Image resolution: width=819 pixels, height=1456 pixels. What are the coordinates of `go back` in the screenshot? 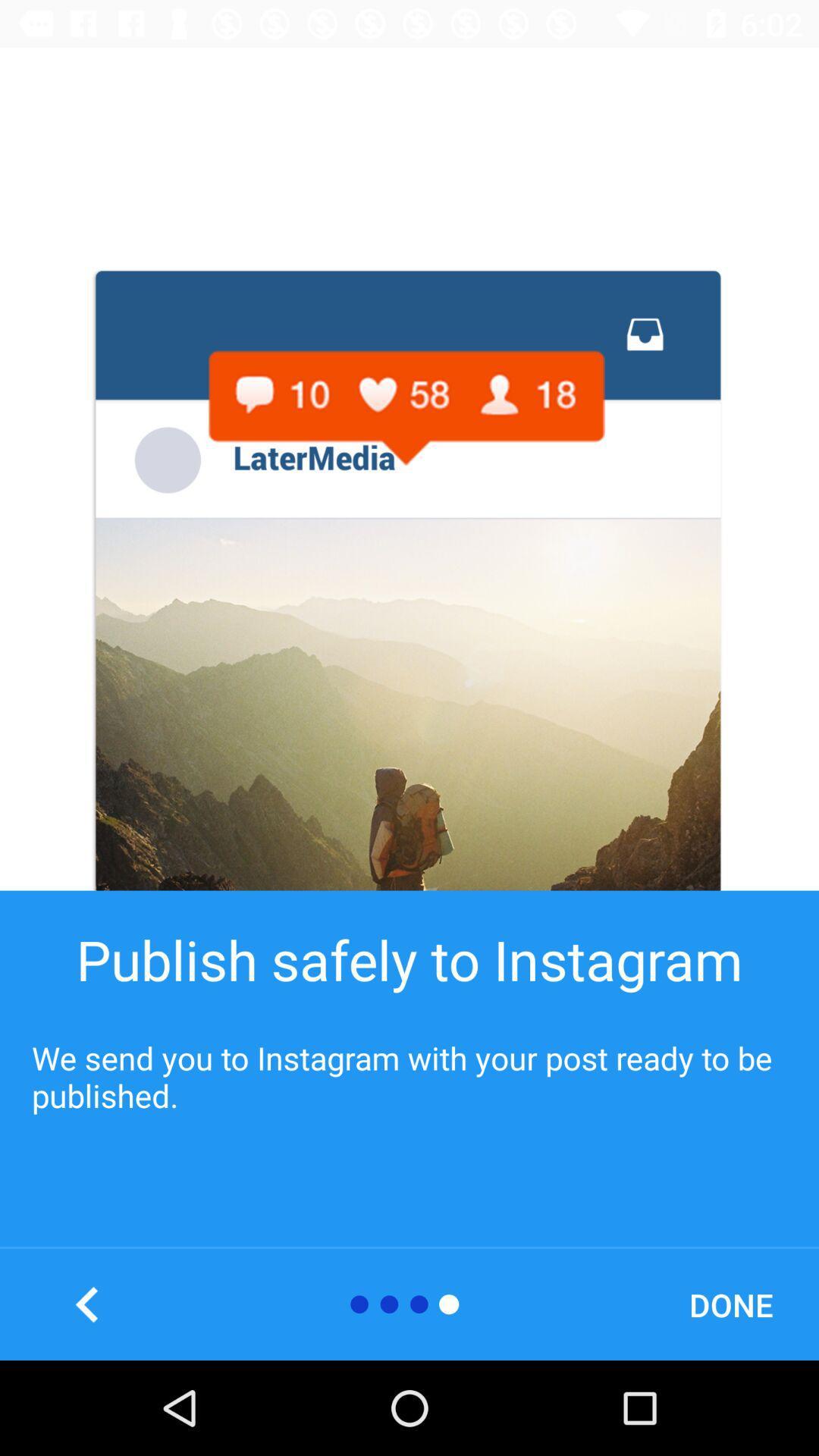 It's located at (87, 1304).